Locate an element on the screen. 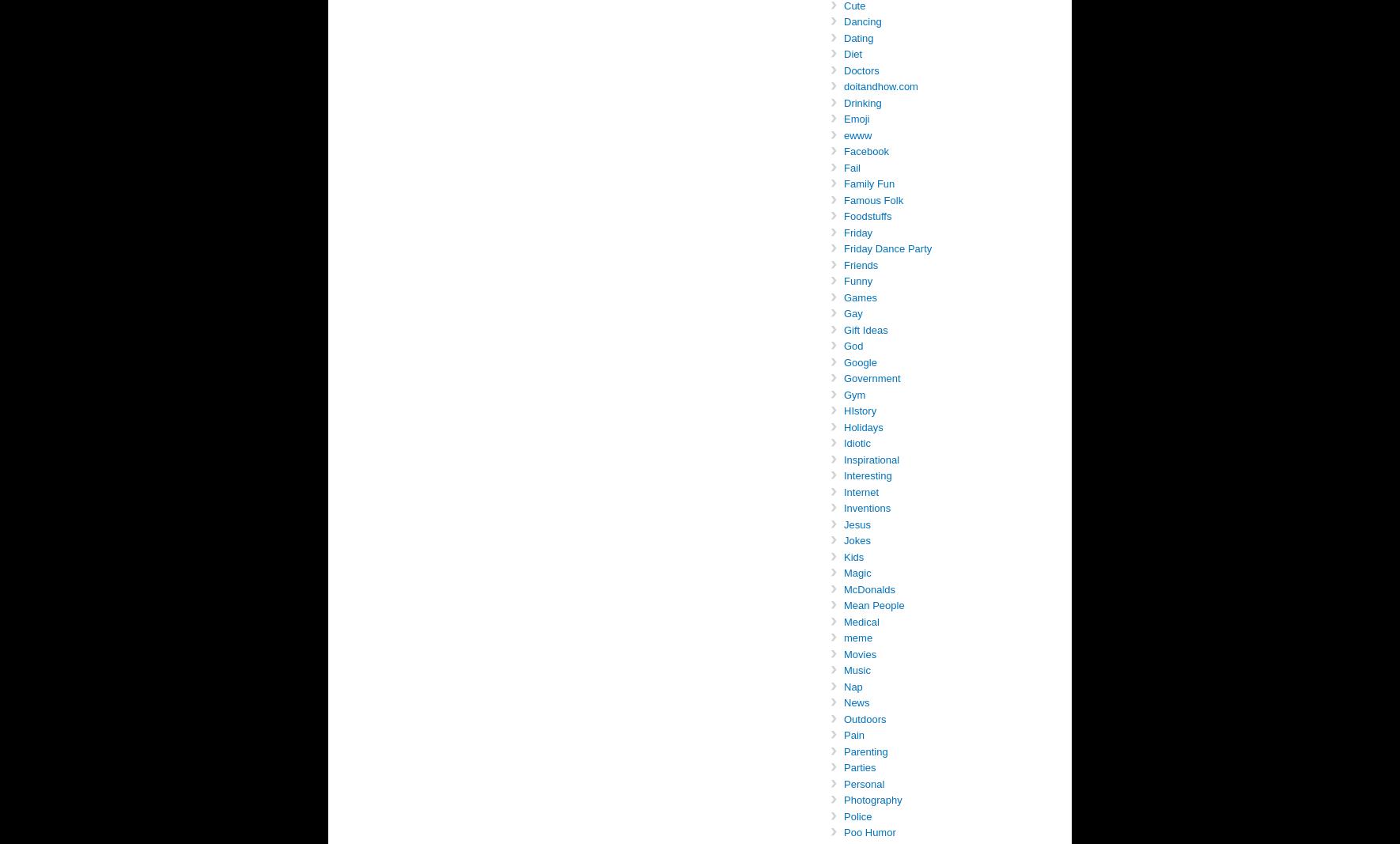 The width and height of the screenshot is (1400, 844). 'Family Fun' is located at coordinates (843, 184).